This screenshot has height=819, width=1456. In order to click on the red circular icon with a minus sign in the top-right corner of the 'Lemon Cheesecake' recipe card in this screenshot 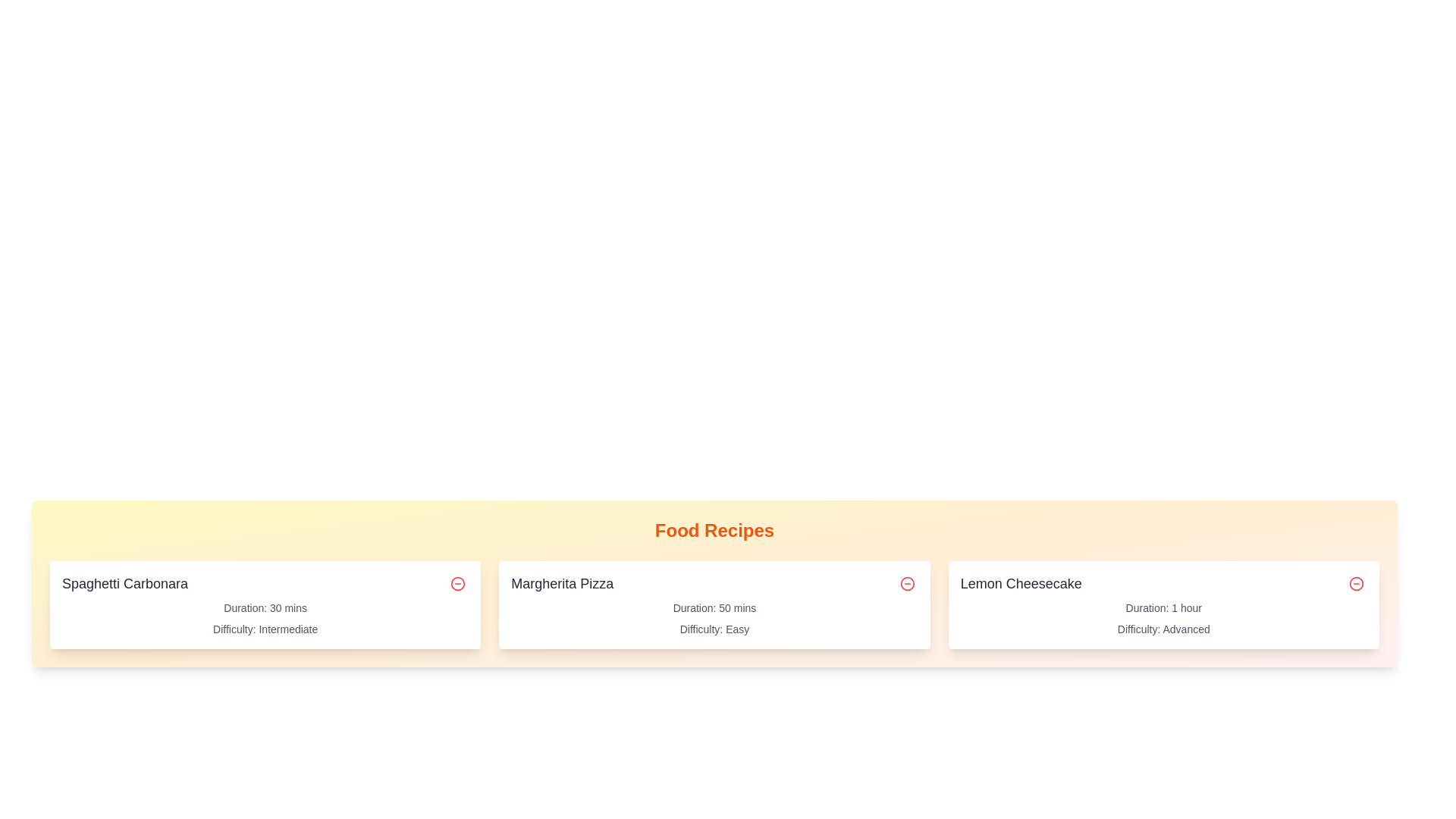, I will do `click(1357, 583)`.